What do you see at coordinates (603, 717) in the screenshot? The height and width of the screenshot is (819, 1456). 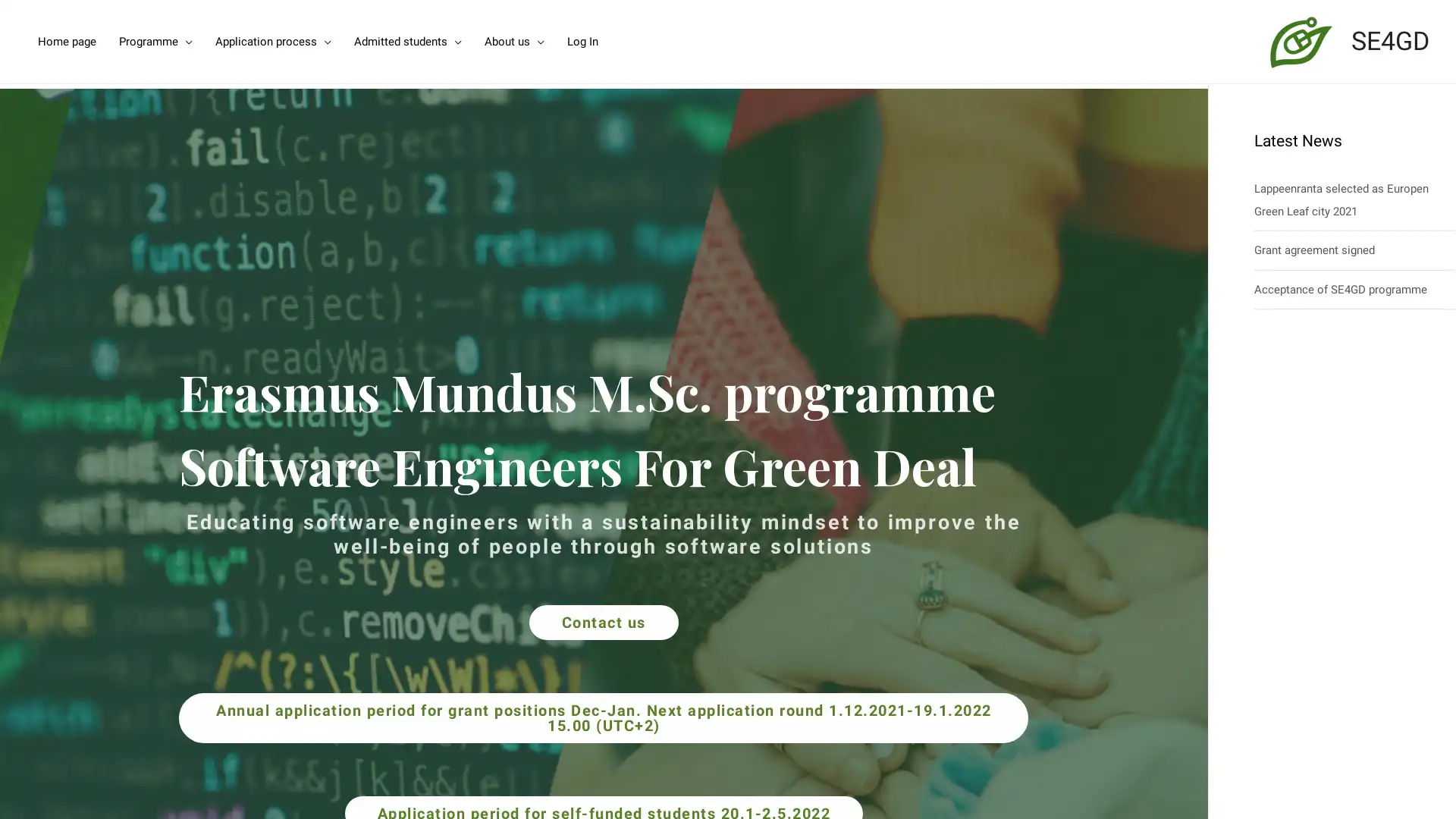 I see `Annual application period for grant positions Dec-Jan. Next application round 1.12.2021-19.1.2022 15.00 (UTC+2)` at bounding box center [603, 717].